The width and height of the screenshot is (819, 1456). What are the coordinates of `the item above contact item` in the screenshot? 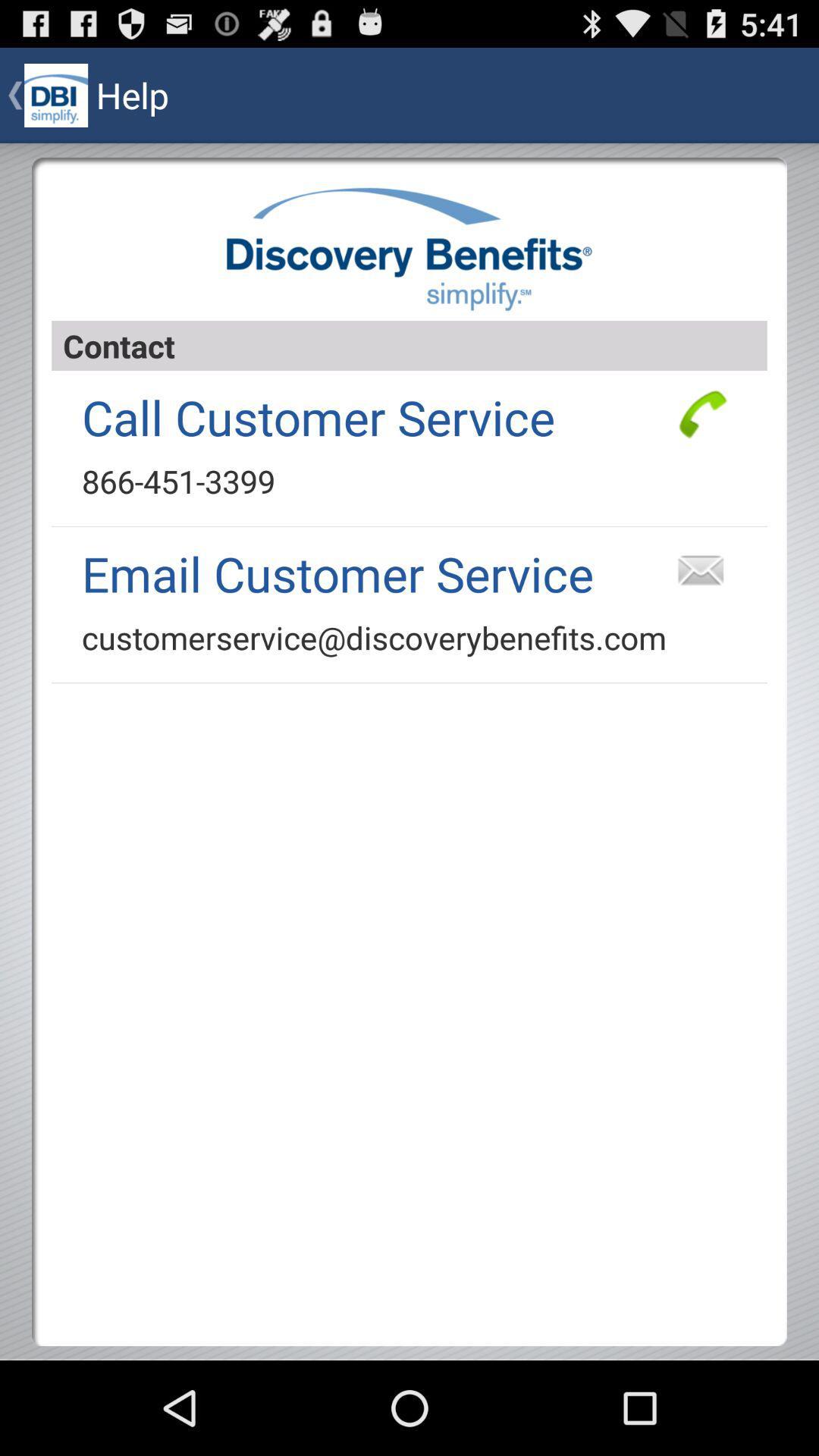 It's located at (409, 249).